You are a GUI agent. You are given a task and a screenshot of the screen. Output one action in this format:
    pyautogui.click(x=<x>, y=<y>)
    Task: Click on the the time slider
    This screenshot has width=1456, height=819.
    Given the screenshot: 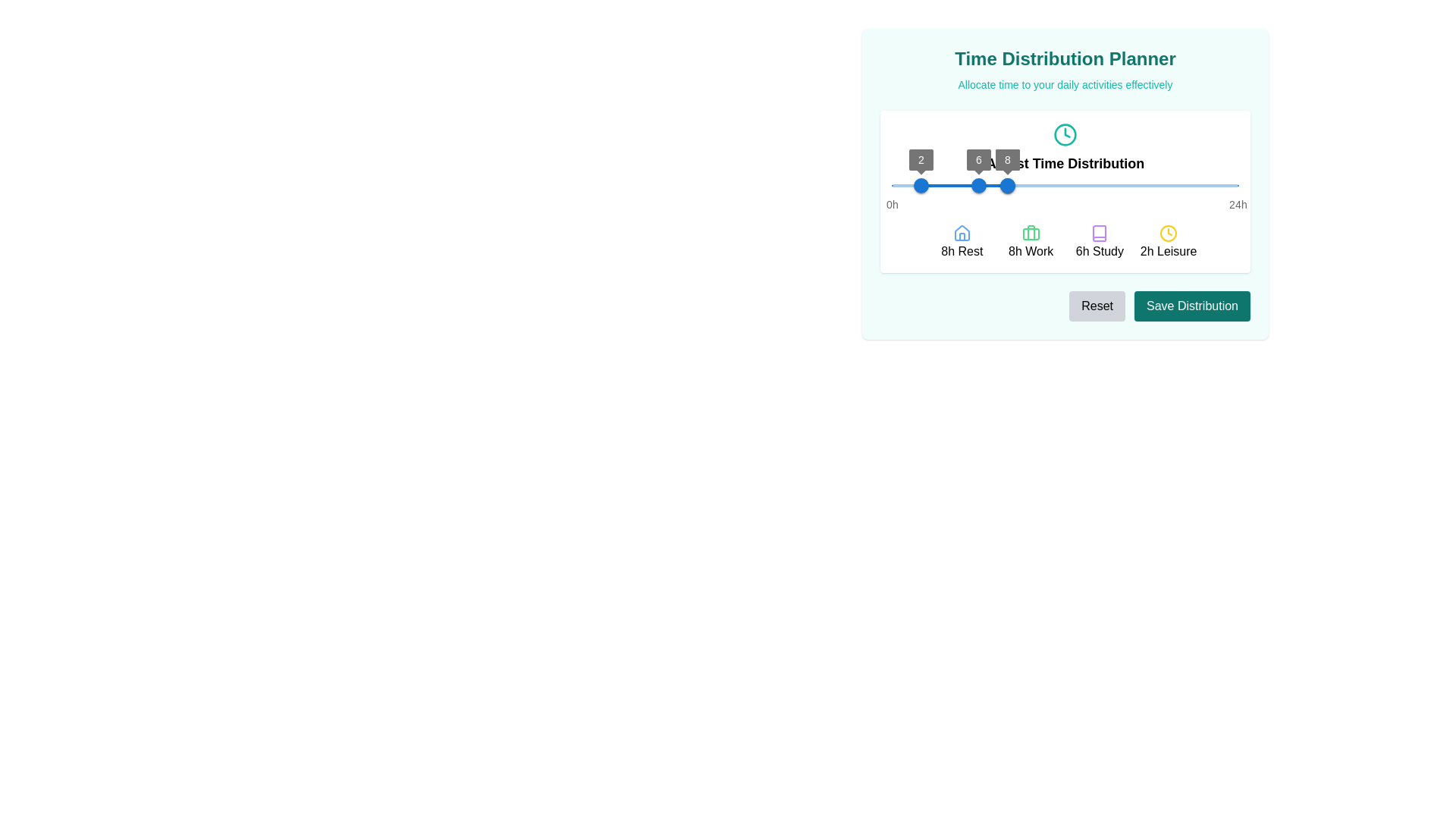 What is the action you would take?
    pyautogui.click(x=986, y=185)
    